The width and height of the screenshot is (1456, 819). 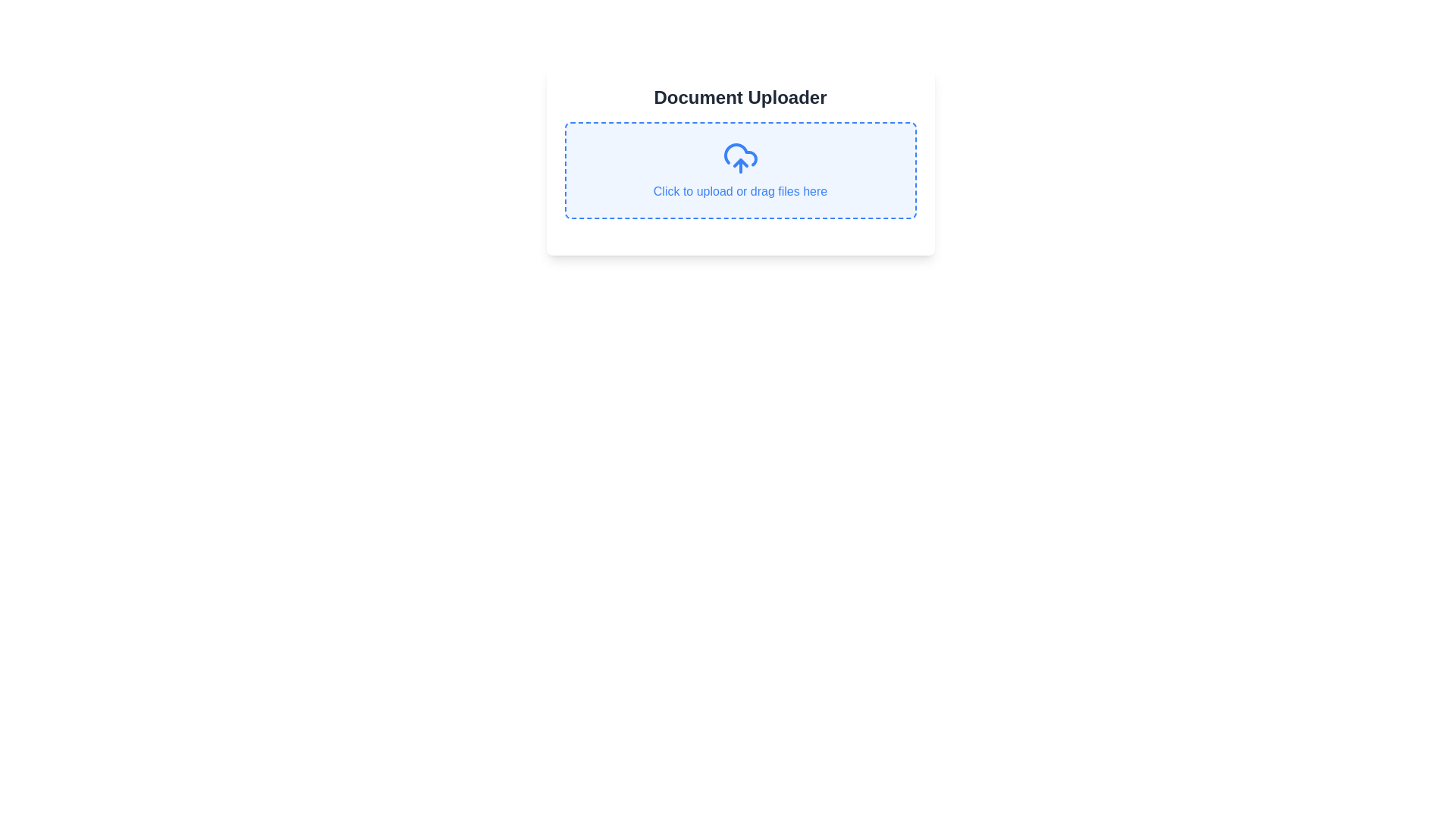 What do you see at coordinates (740, 170) in the screenshot?
I see `the Interactive file upload zone located below the 'Document Uploader' heading` at bounding box center [740, 170].